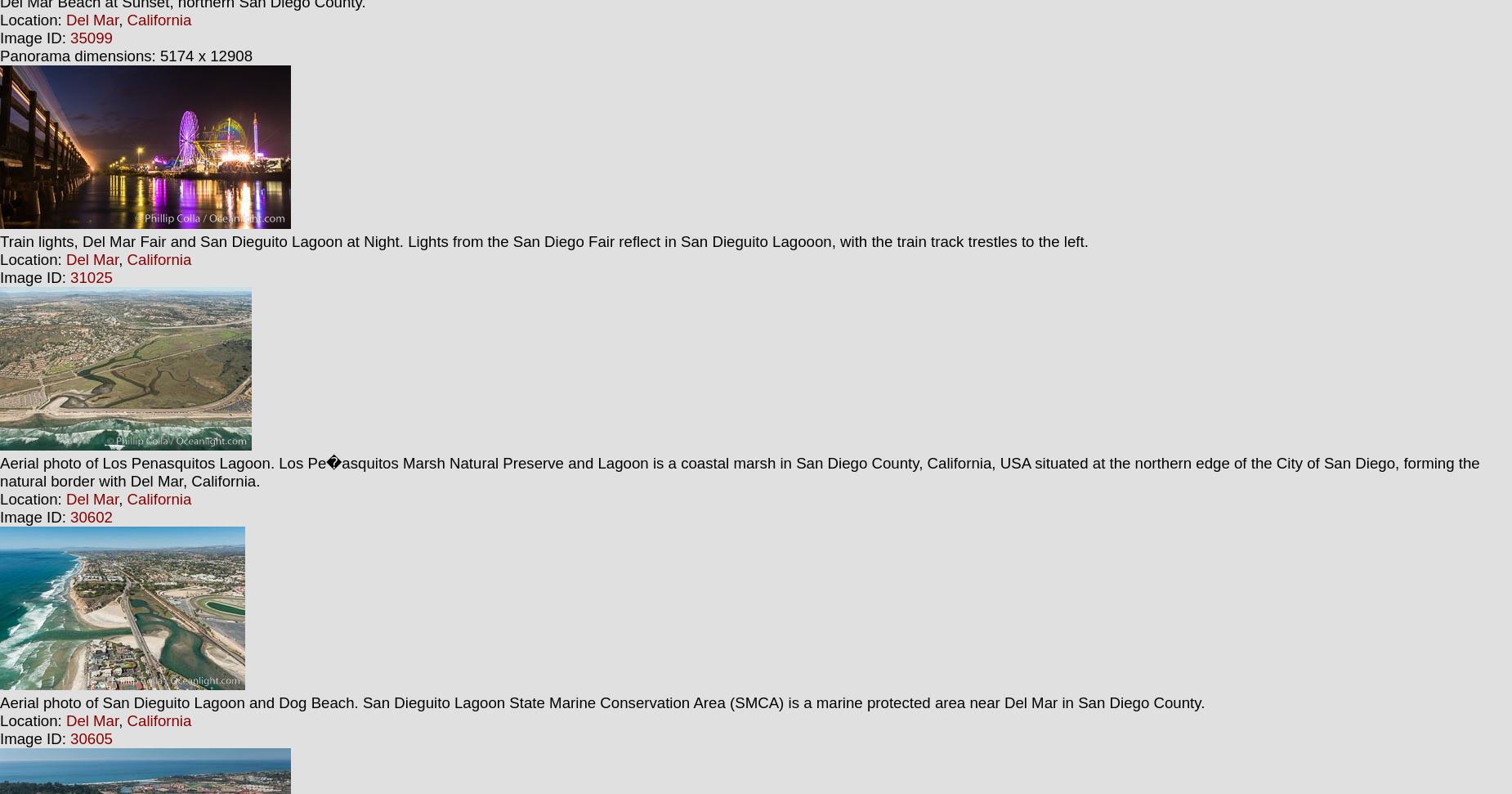  I want to click on 'Panorama dimensions: 5174 x 12908', so click(125, 55).